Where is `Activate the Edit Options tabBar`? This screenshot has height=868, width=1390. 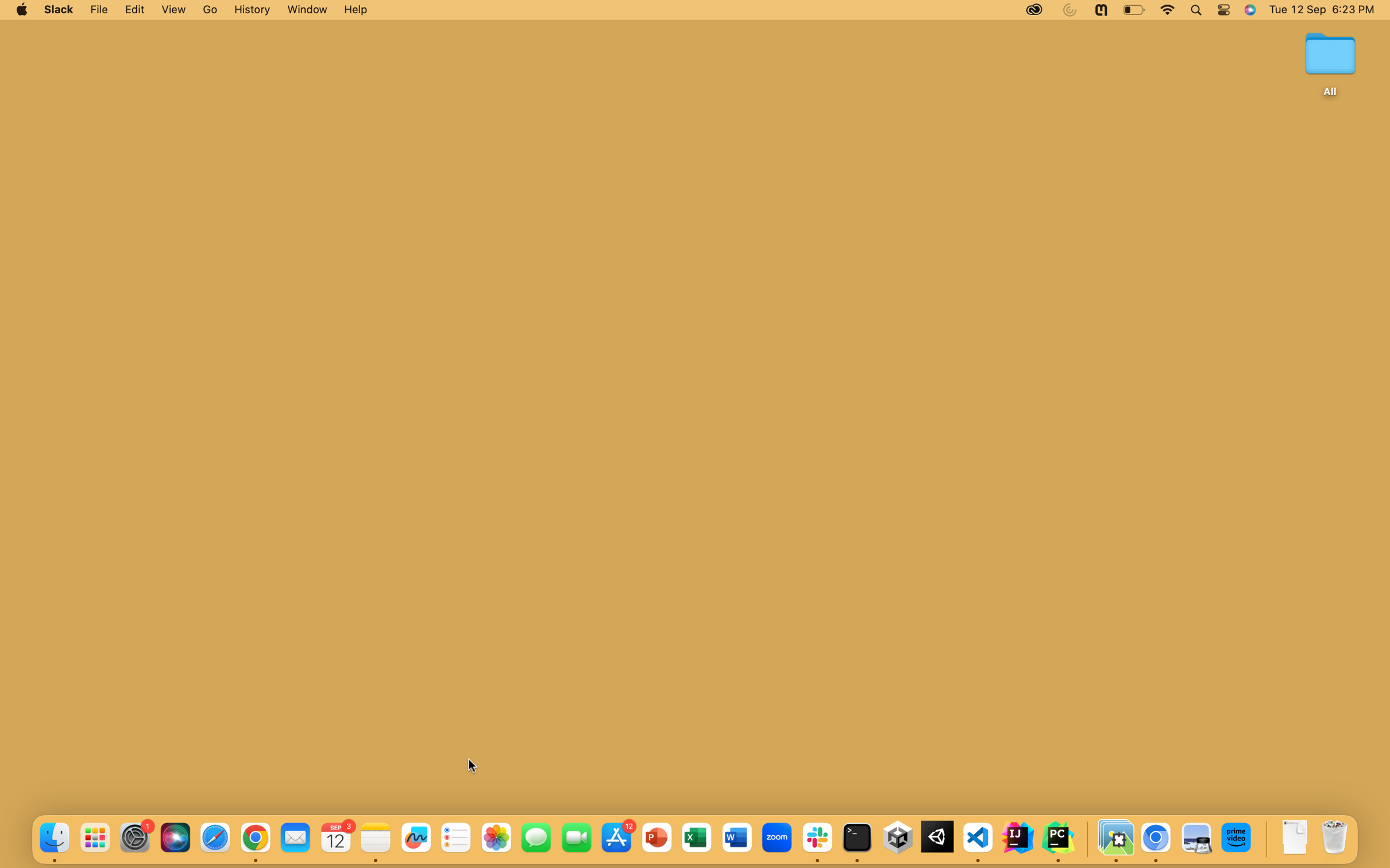 Activate the Edit Options tabBar is located at coordinates (134, 10).